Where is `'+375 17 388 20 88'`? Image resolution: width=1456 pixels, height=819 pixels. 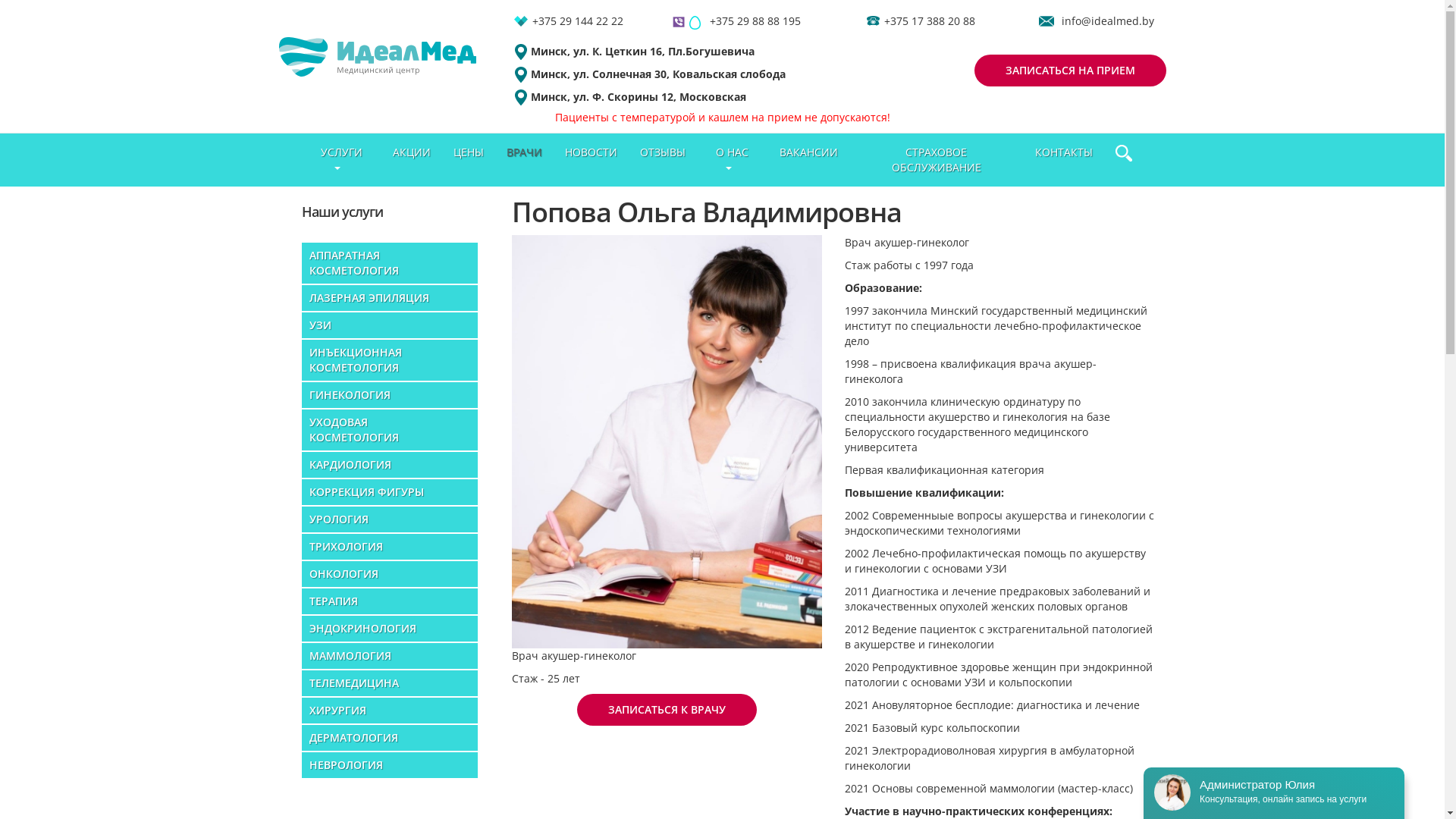 '+375 17 388 20 88' is located at coordinates (928, 20).